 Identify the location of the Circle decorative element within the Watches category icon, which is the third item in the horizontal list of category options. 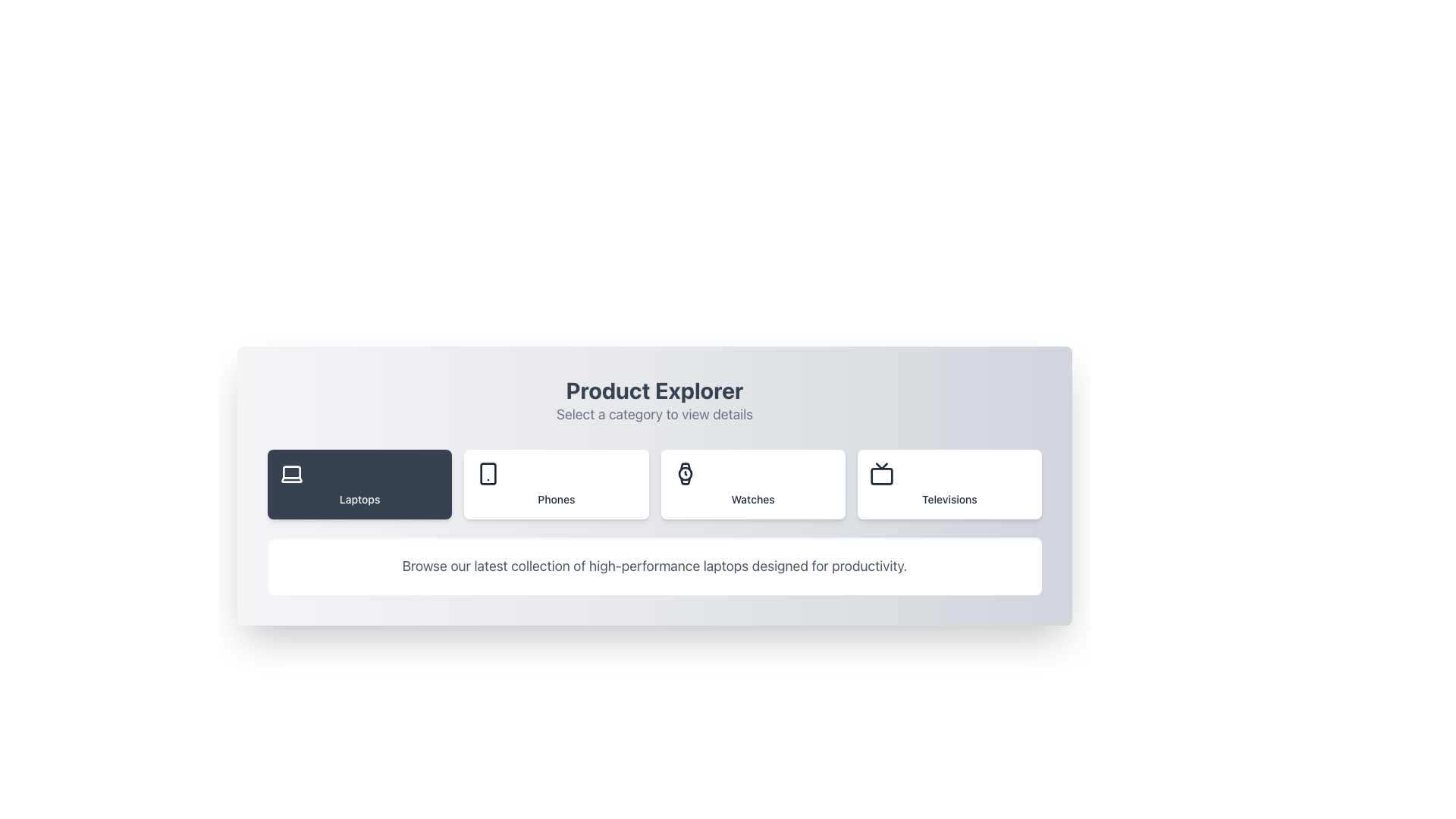
(684, 472).